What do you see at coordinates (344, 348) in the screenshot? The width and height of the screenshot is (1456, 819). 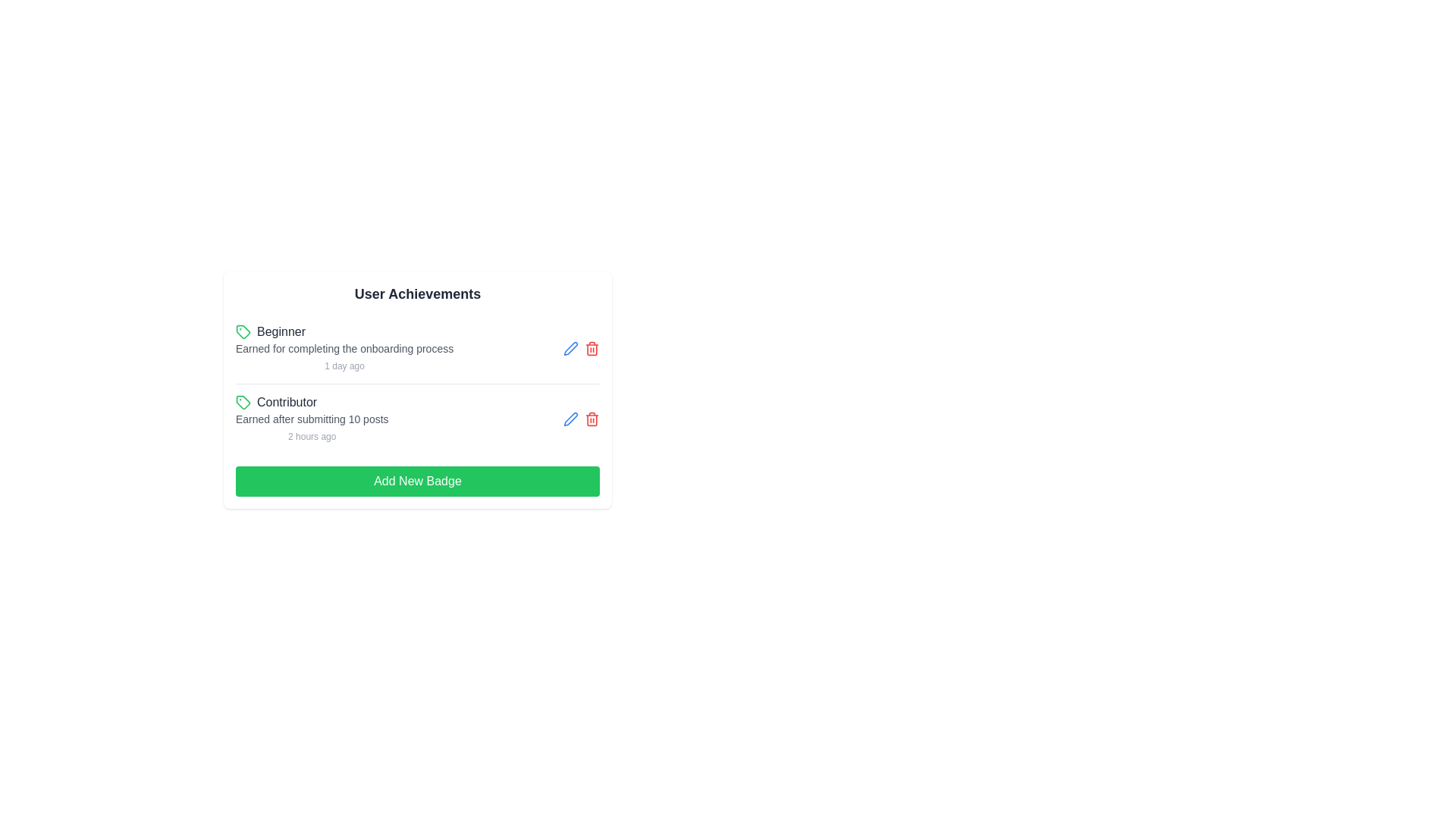 I see `the Text Label providing information about the 'Beginner' badge, which is located below the badge title and above a timestamp` at bounding box center [344, 348].